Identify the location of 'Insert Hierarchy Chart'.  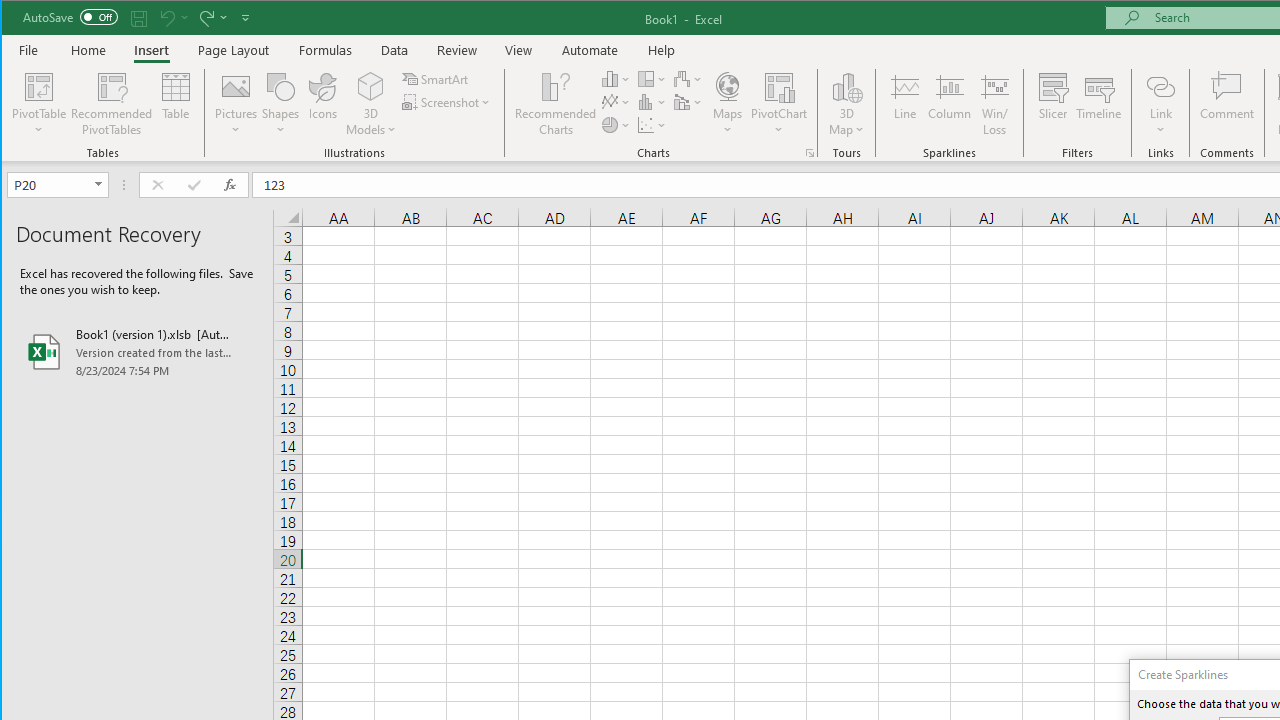
(652, 78).